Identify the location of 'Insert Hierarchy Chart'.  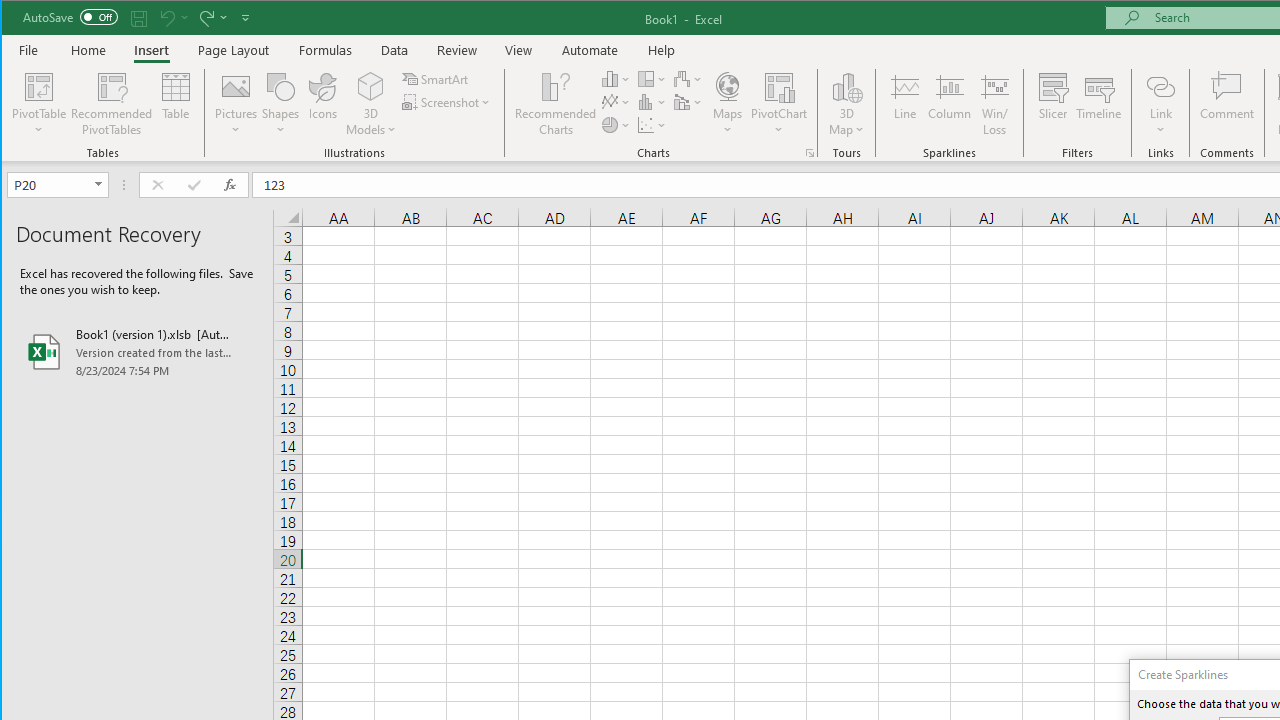
(652, 78).